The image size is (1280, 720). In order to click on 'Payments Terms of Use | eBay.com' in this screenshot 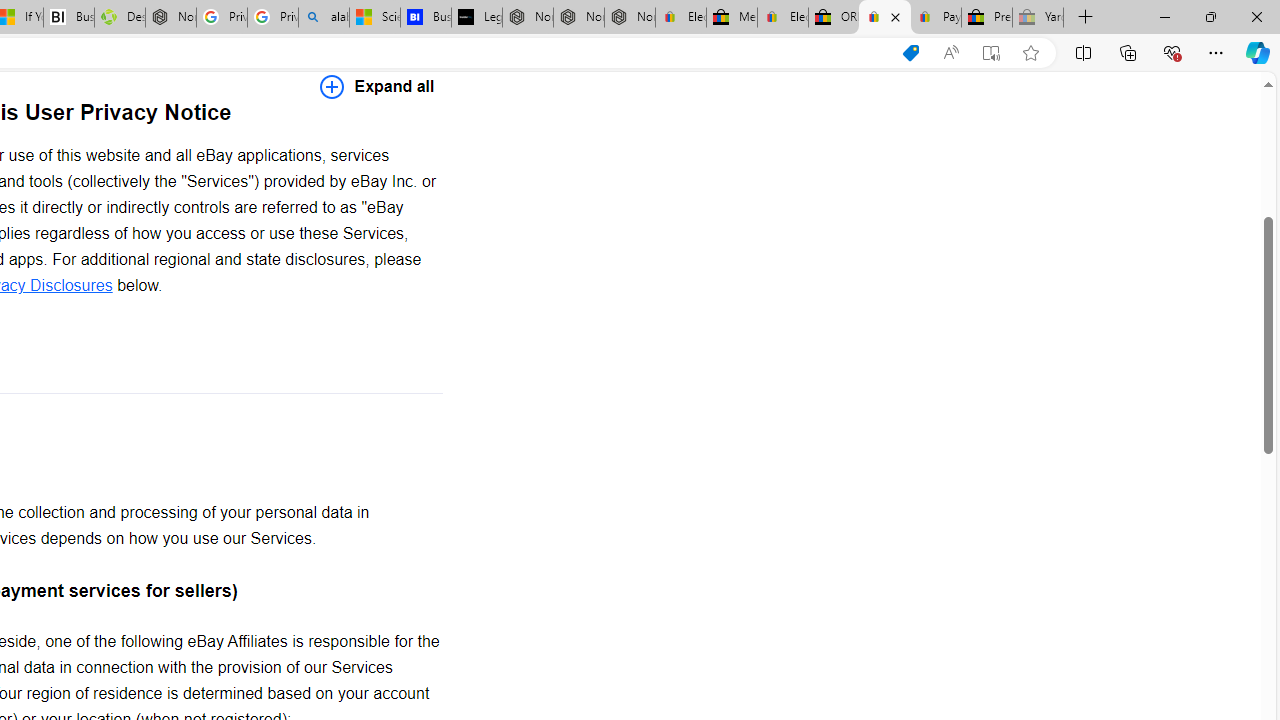, I will do `click(935, 17)`.